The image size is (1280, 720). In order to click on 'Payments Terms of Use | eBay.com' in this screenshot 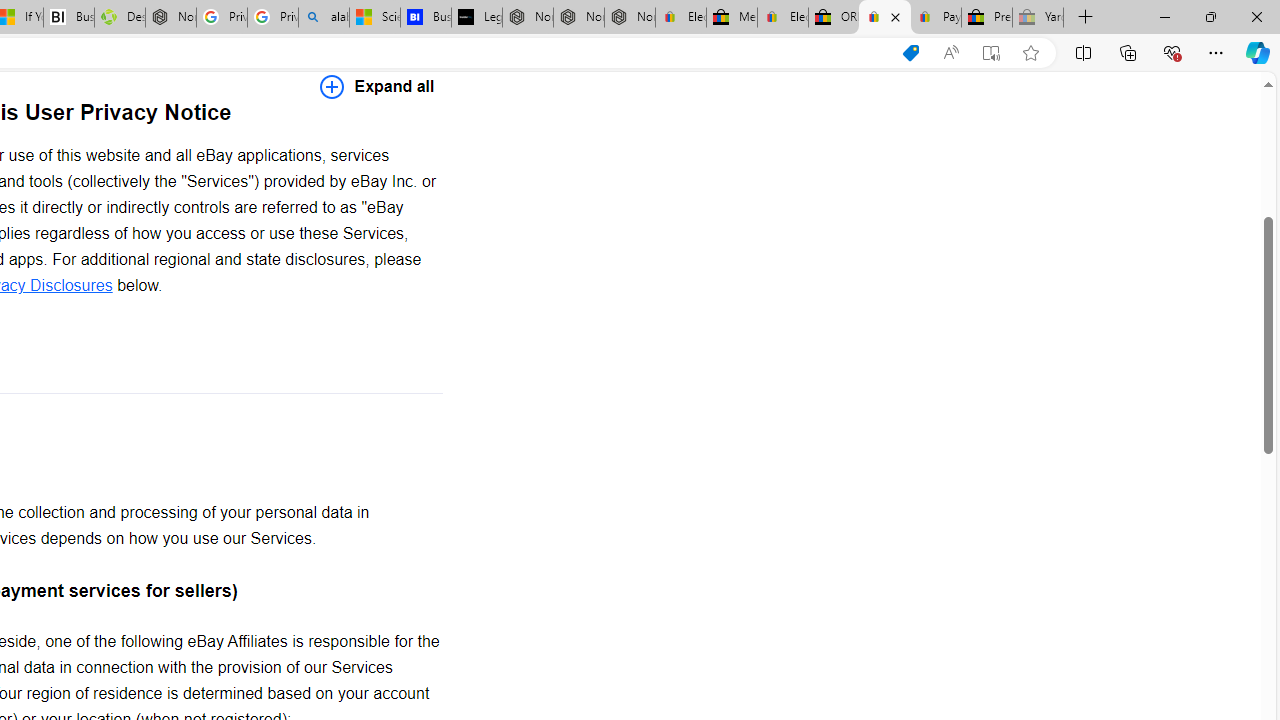, I will do `click(935, 17)`.